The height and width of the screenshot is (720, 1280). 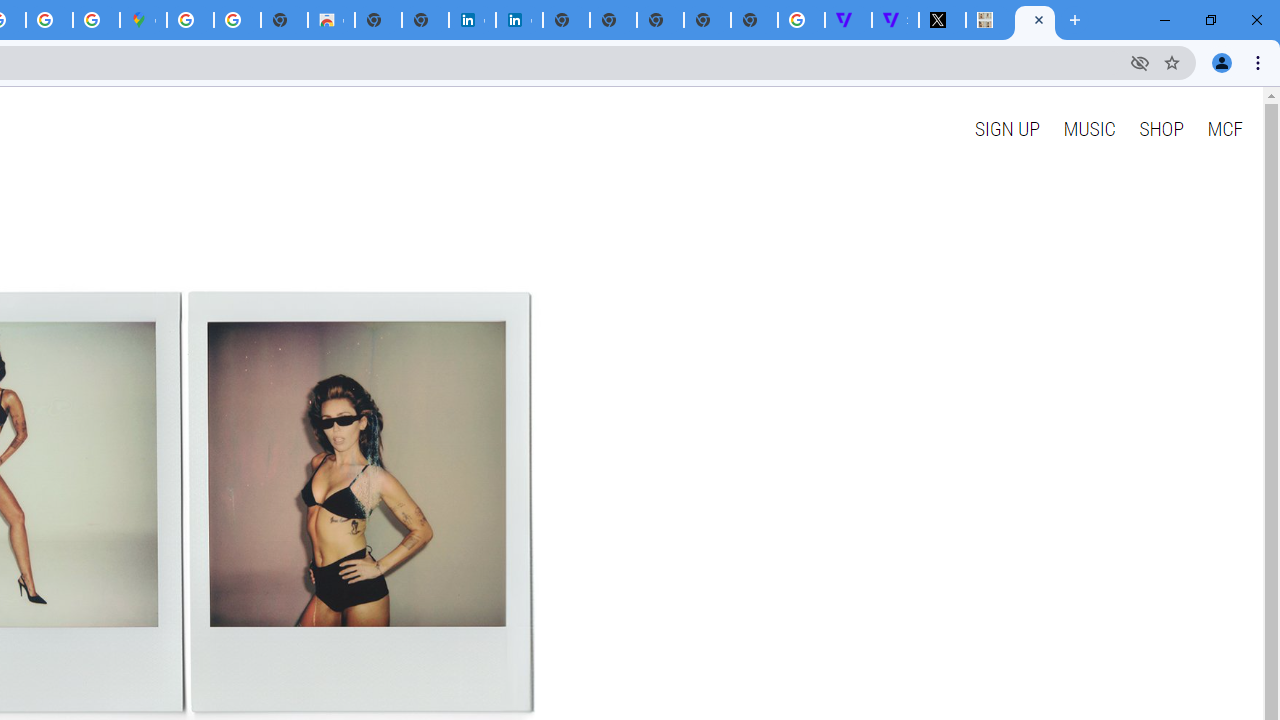 What do you see at coordinates (471, 20) in the screenshot?
I see `'Cookie Policy | LinkedIn'` at bounding box center [471, 20].